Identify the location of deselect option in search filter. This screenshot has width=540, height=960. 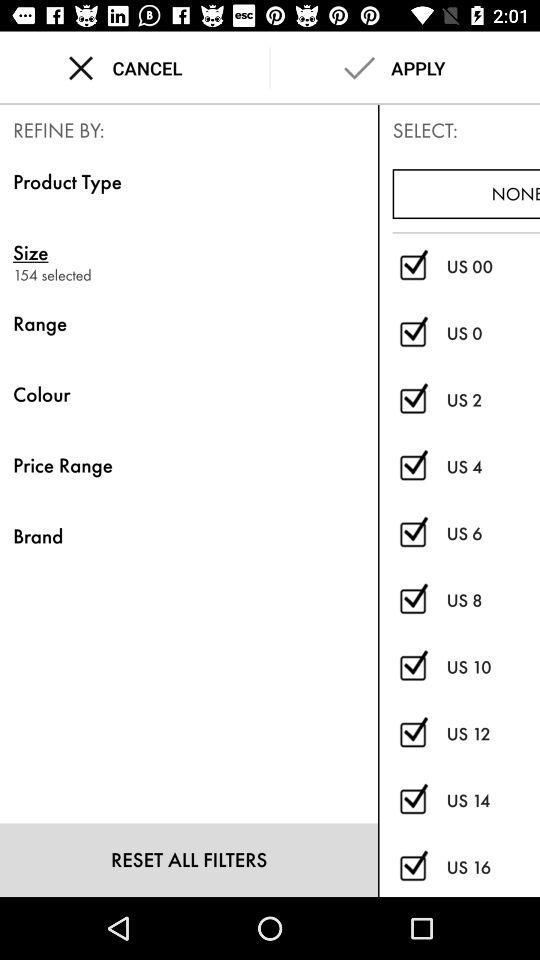
(412, 801).